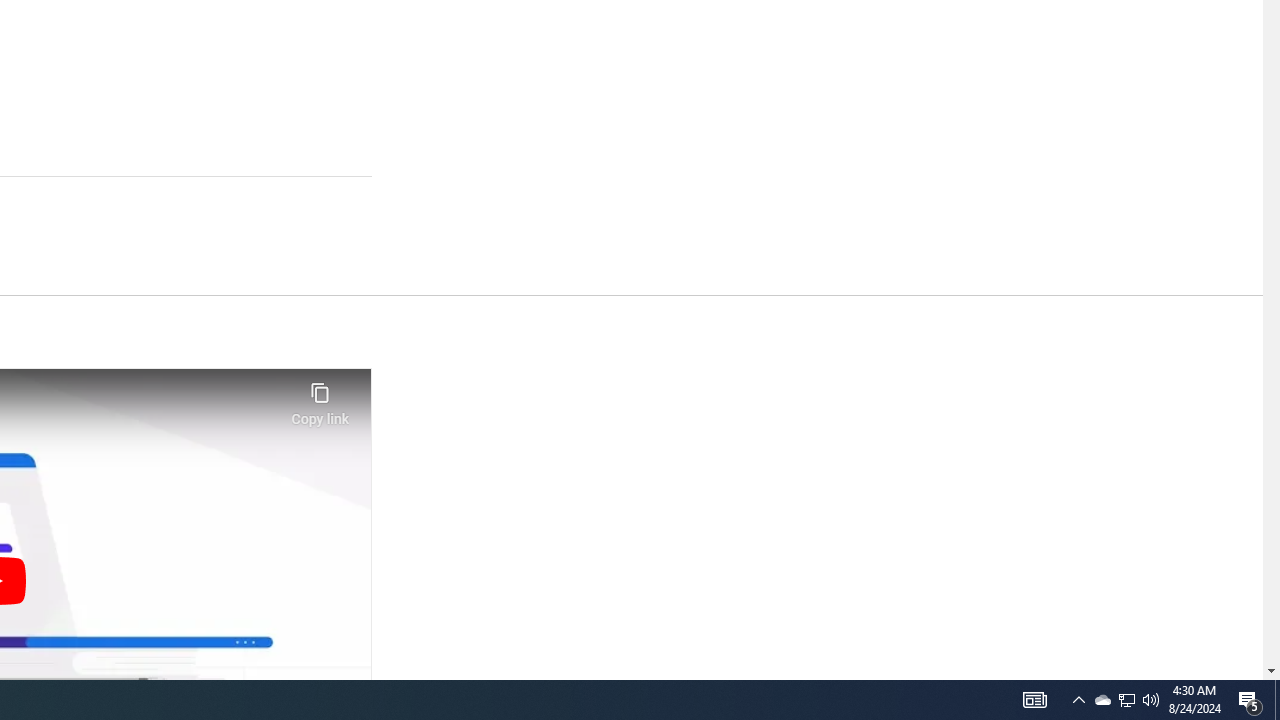 This screenshot has height=720, width=1280. What do you see at coordinates (320, 398) in the screenshot?
I see `'Copy link'` at bounding box center [320, 398].